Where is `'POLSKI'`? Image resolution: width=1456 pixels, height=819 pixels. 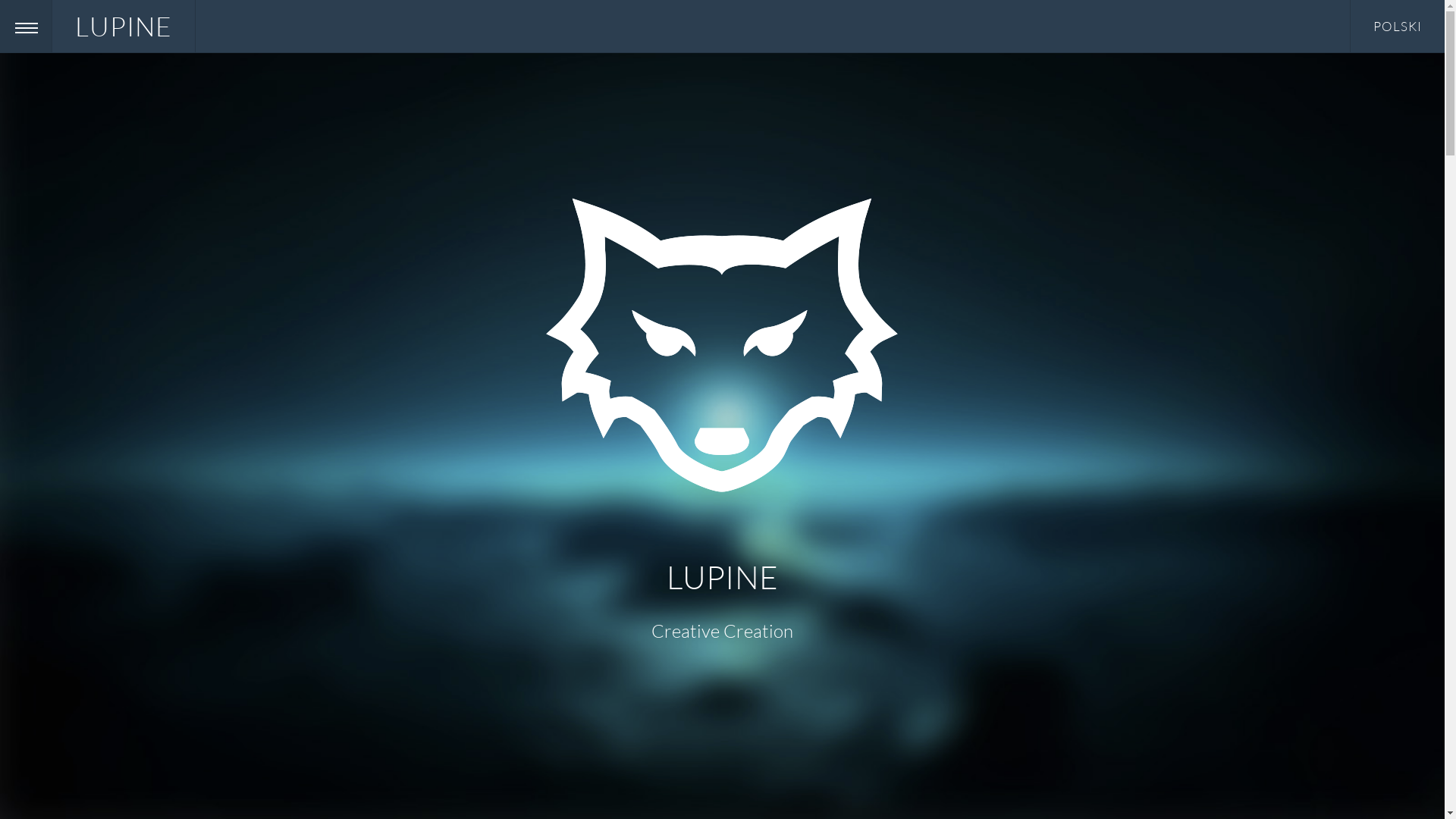 'POLSKI' is located at coordinates (1397, 26).